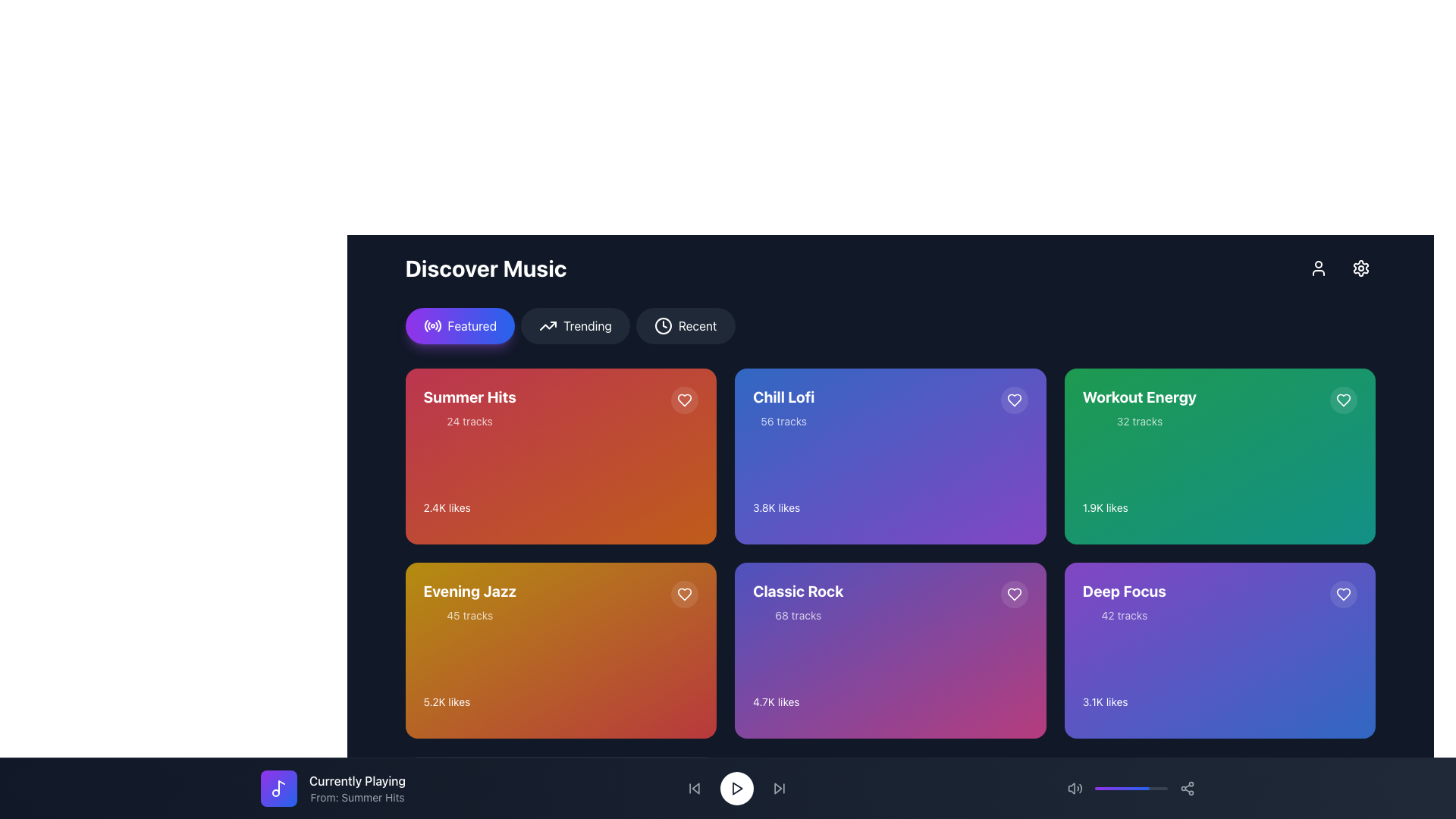 Image resolution: width=1456 pixels, height=819 pixels. What do you see at coordinates (1344, 400) in the screenshot?
I see `the heart icon located in the top-right corner of the 'Workout Energy' card` at bounding box center [1344, 400].